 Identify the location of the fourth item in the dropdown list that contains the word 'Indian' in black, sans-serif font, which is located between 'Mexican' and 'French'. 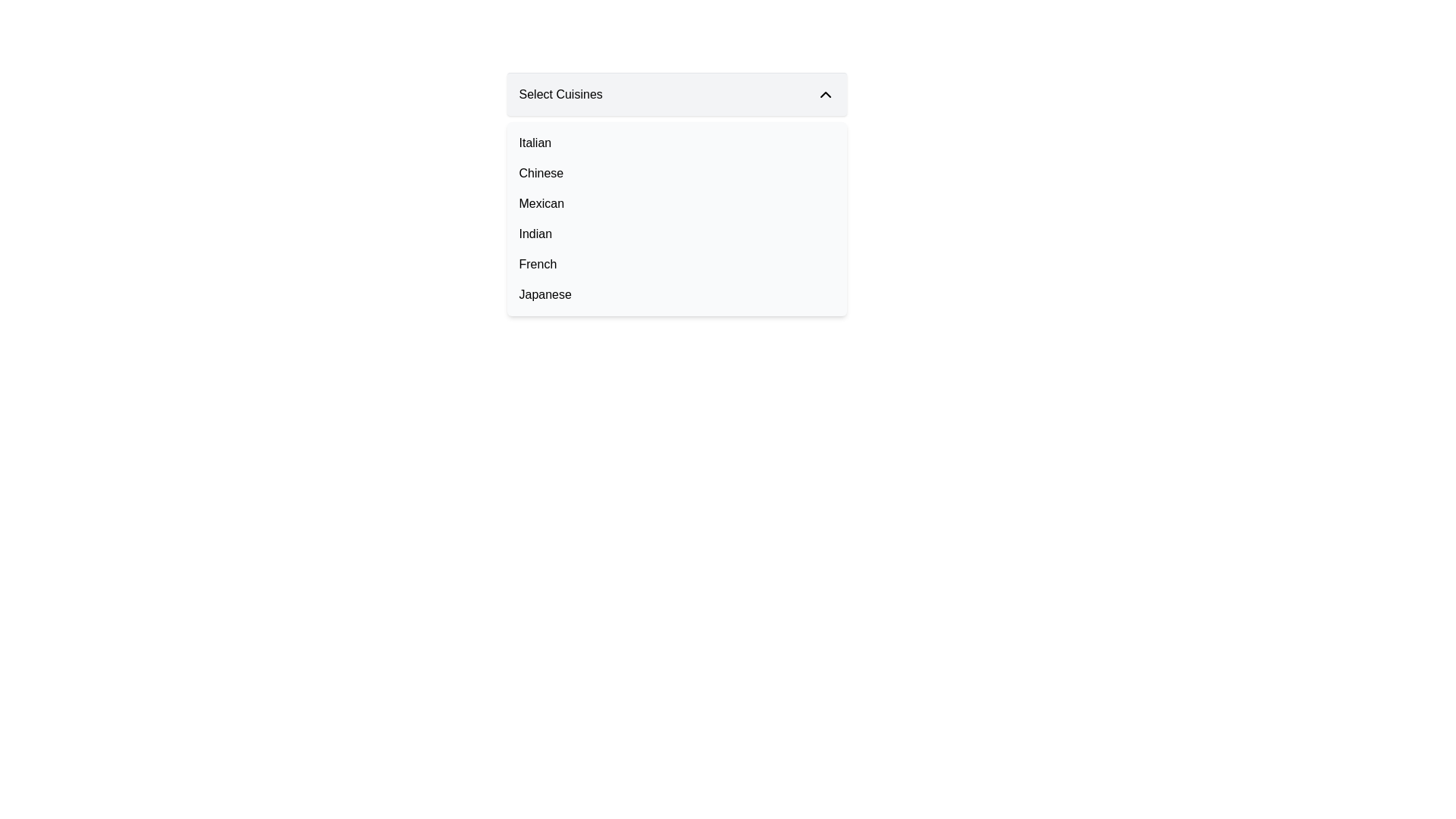
(676, 234).